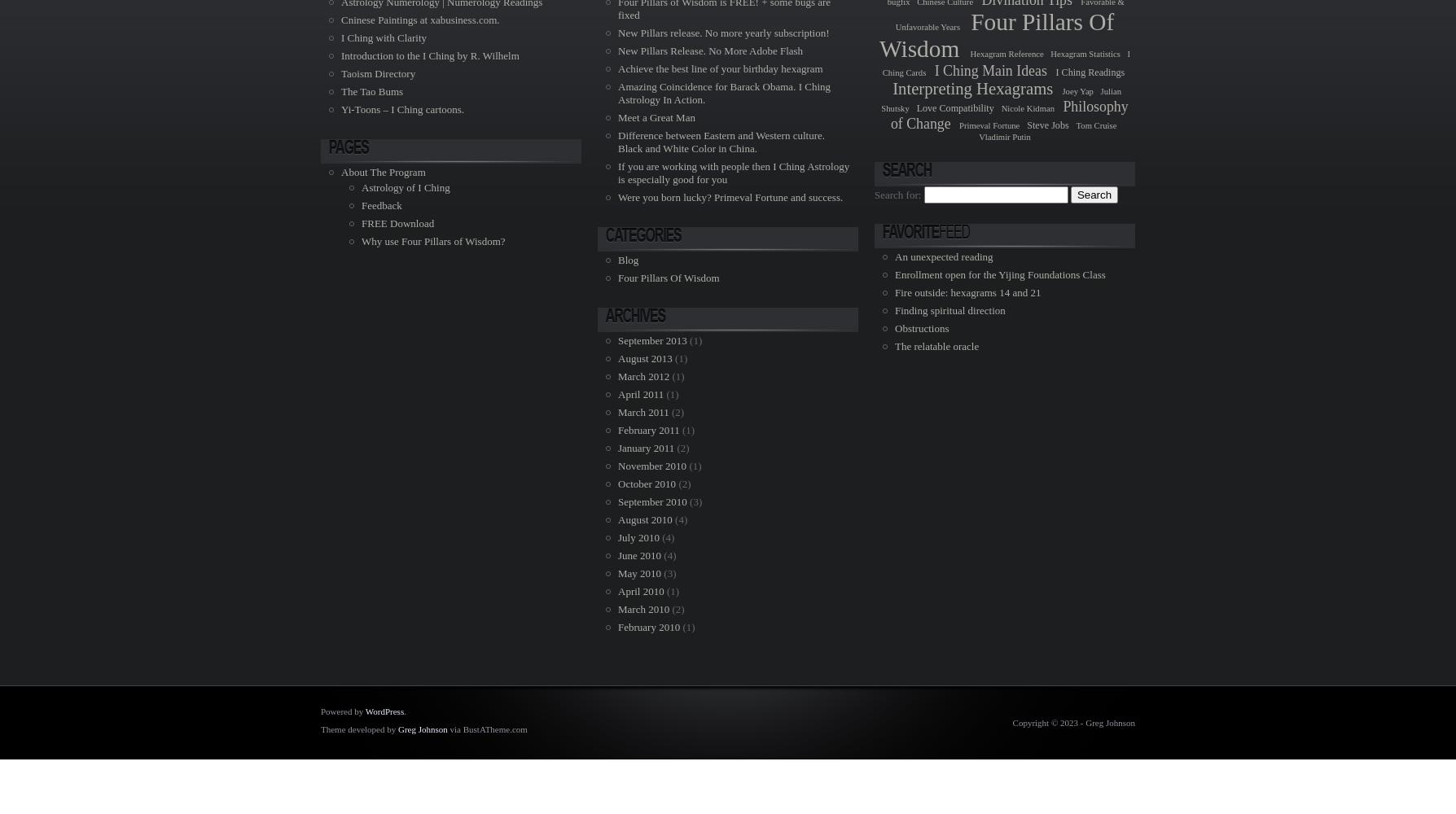 The height and width of the screenshot is (814, 1456). What do you see at coordinates (1084, 53) in the screenshot?
I see `'Hexagram Statistics'` at bounding box center [1084, 53].